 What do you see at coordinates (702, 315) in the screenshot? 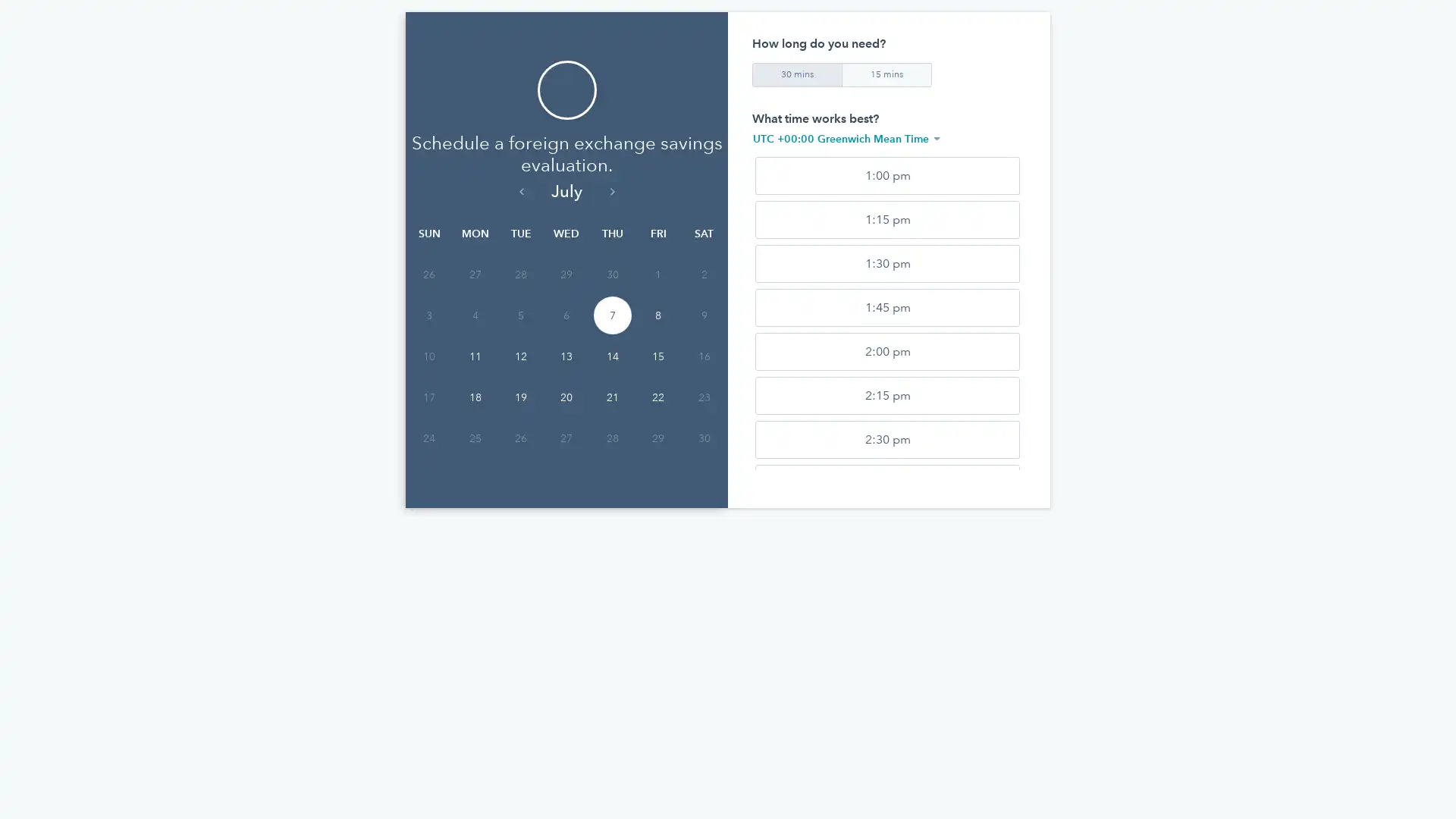
I see `July 9th` at bounding box center [702, 315].